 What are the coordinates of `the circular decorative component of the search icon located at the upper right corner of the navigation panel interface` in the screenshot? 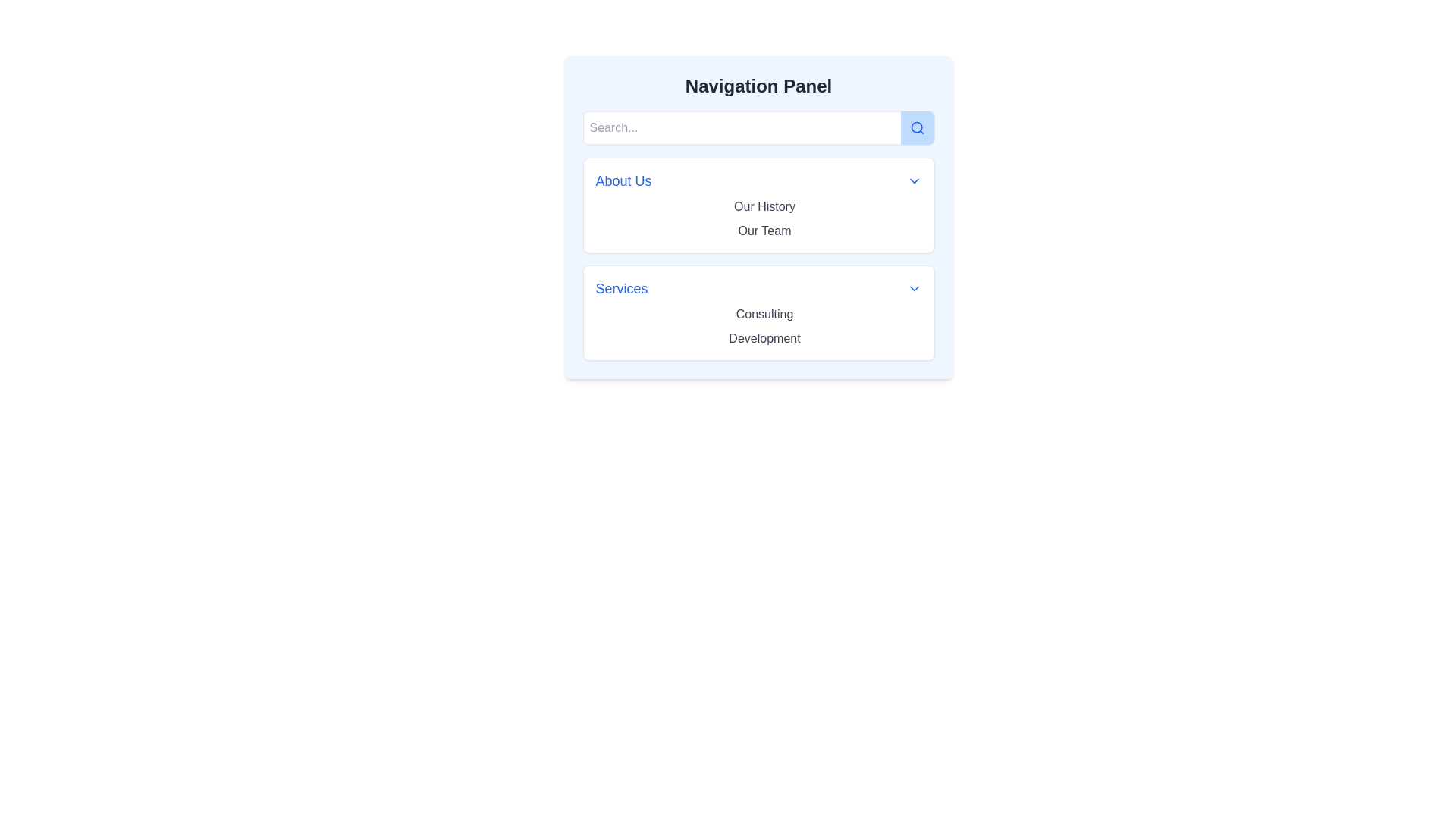 It's located at (915, 127).